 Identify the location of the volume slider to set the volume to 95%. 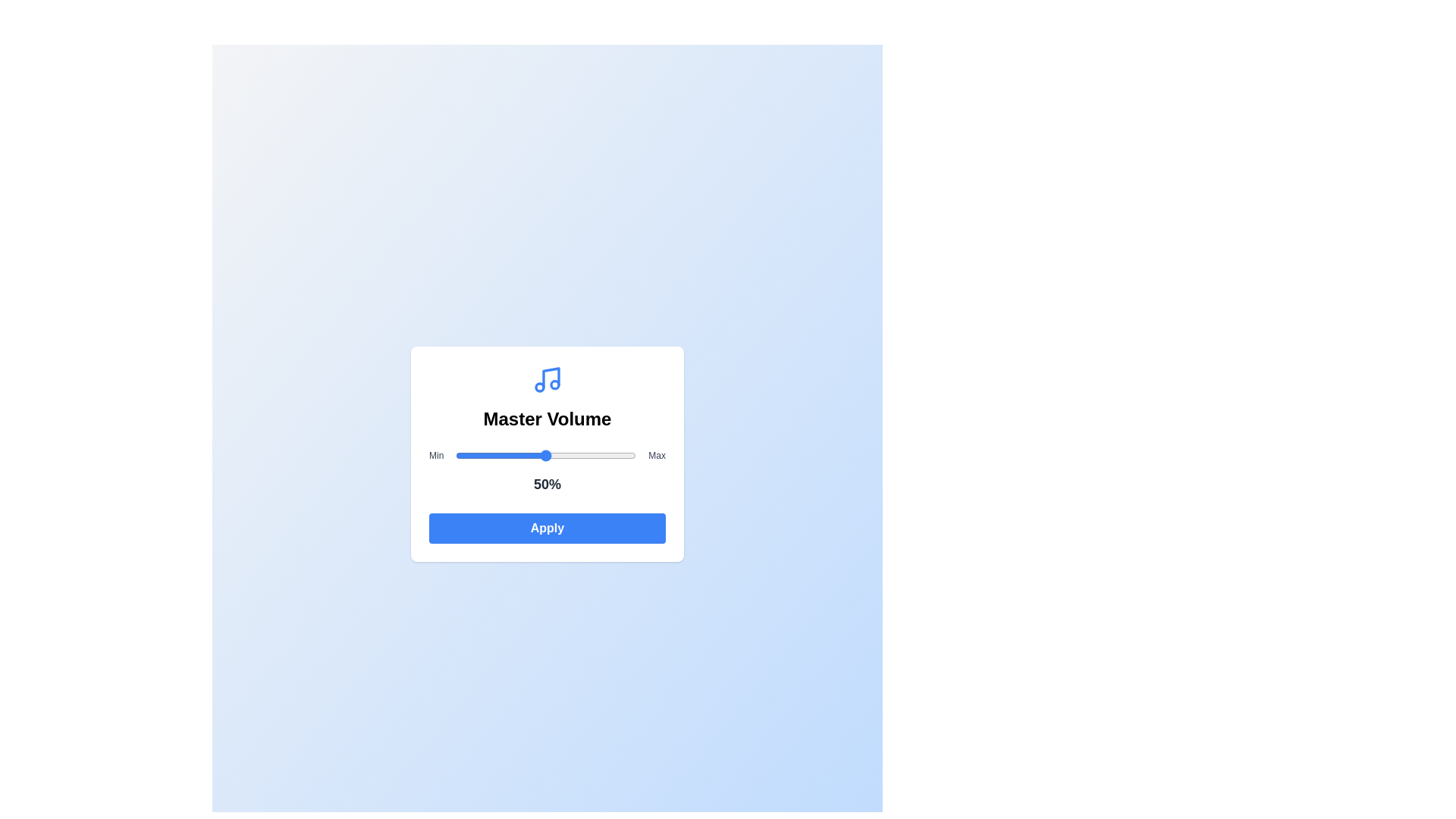
(627, 455).